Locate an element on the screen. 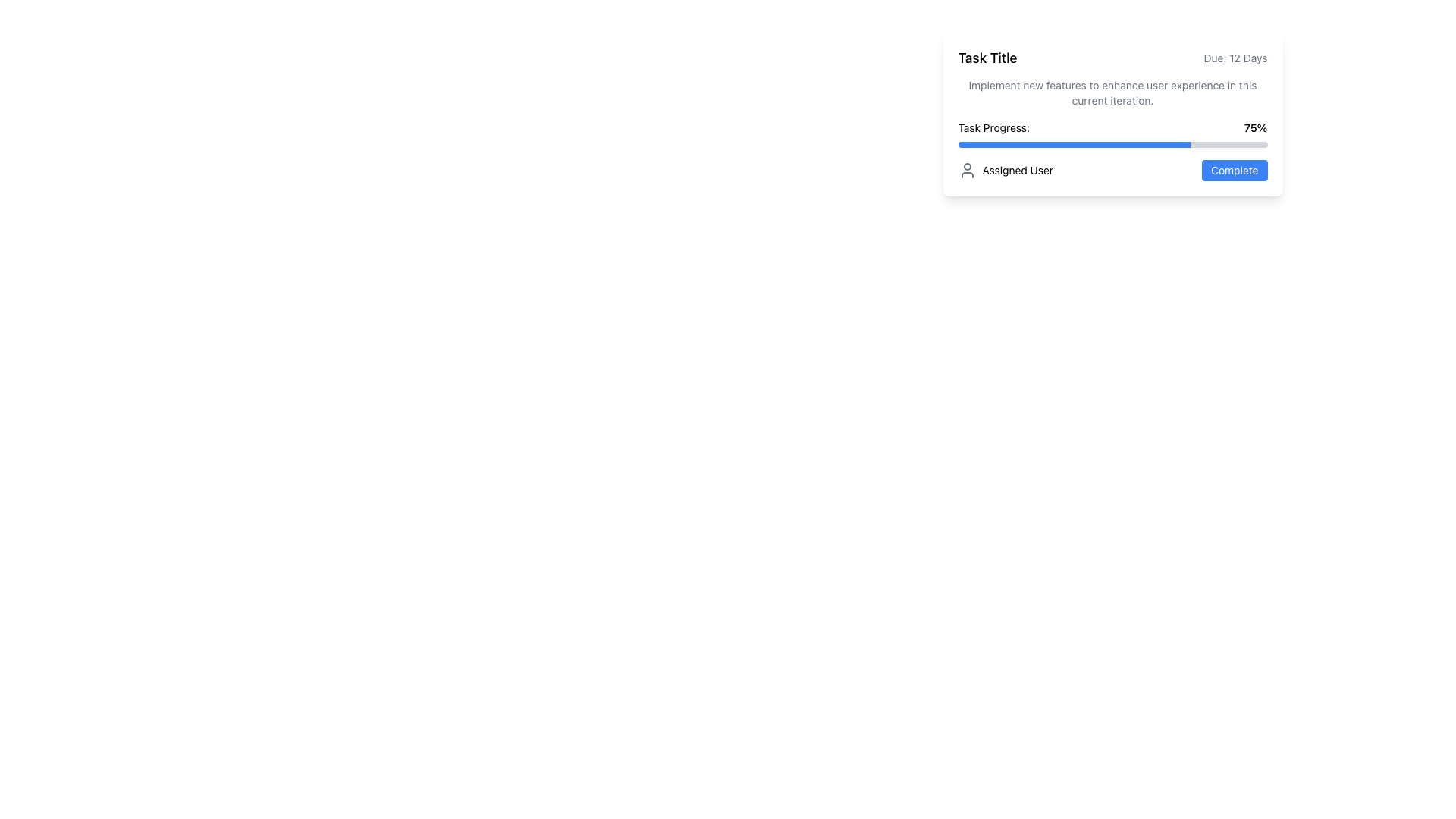 The width and height of the screenshot is (1456, 819). the 'Complete' button with a blue background and white text, located on the right side of the interface within the 'Assigned User' card is located at coordinates (1235, 170).